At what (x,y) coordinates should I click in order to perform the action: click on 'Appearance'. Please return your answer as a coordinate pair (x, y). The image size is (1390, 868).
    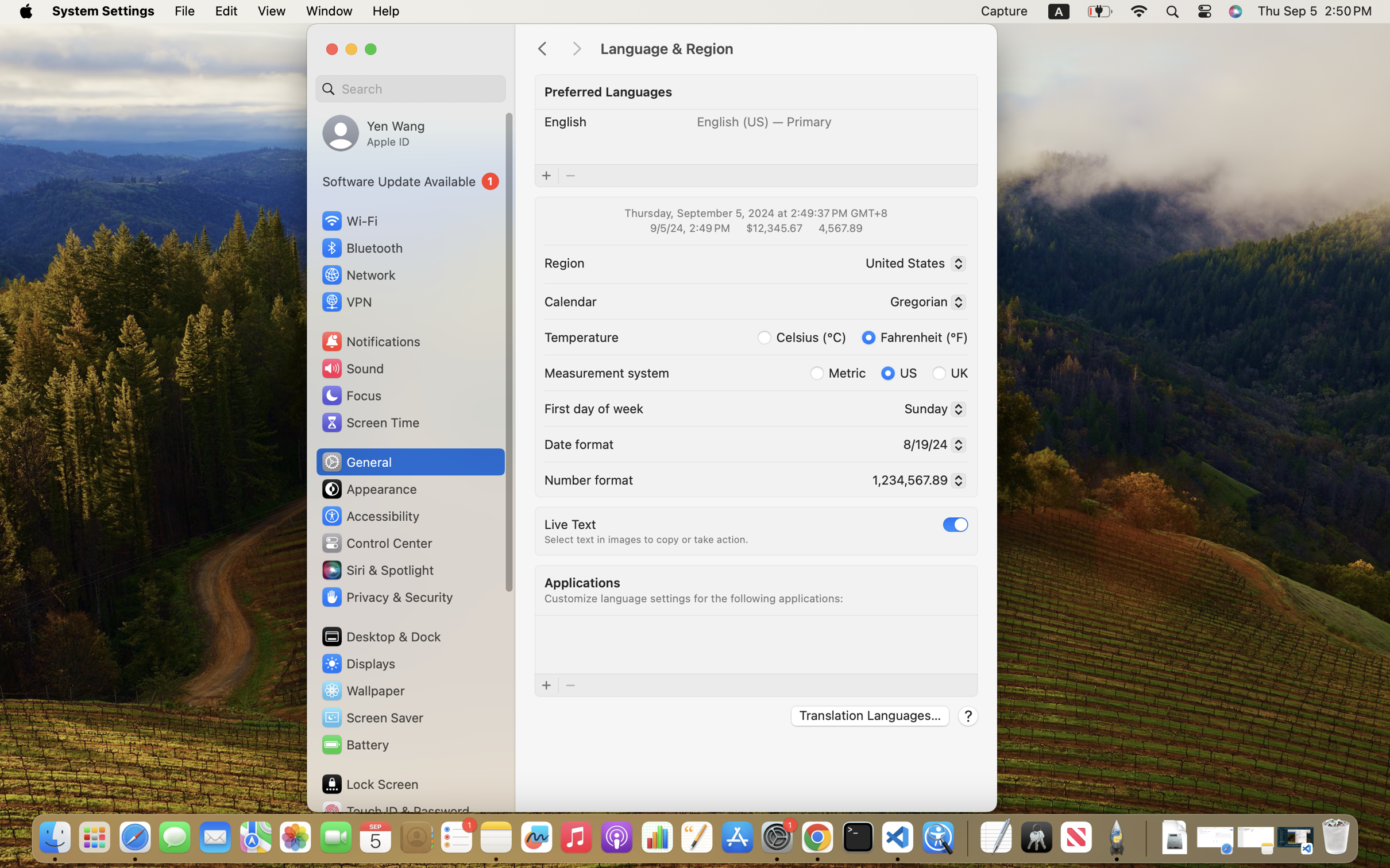
    Looking at the image, I should click on (368, 489).